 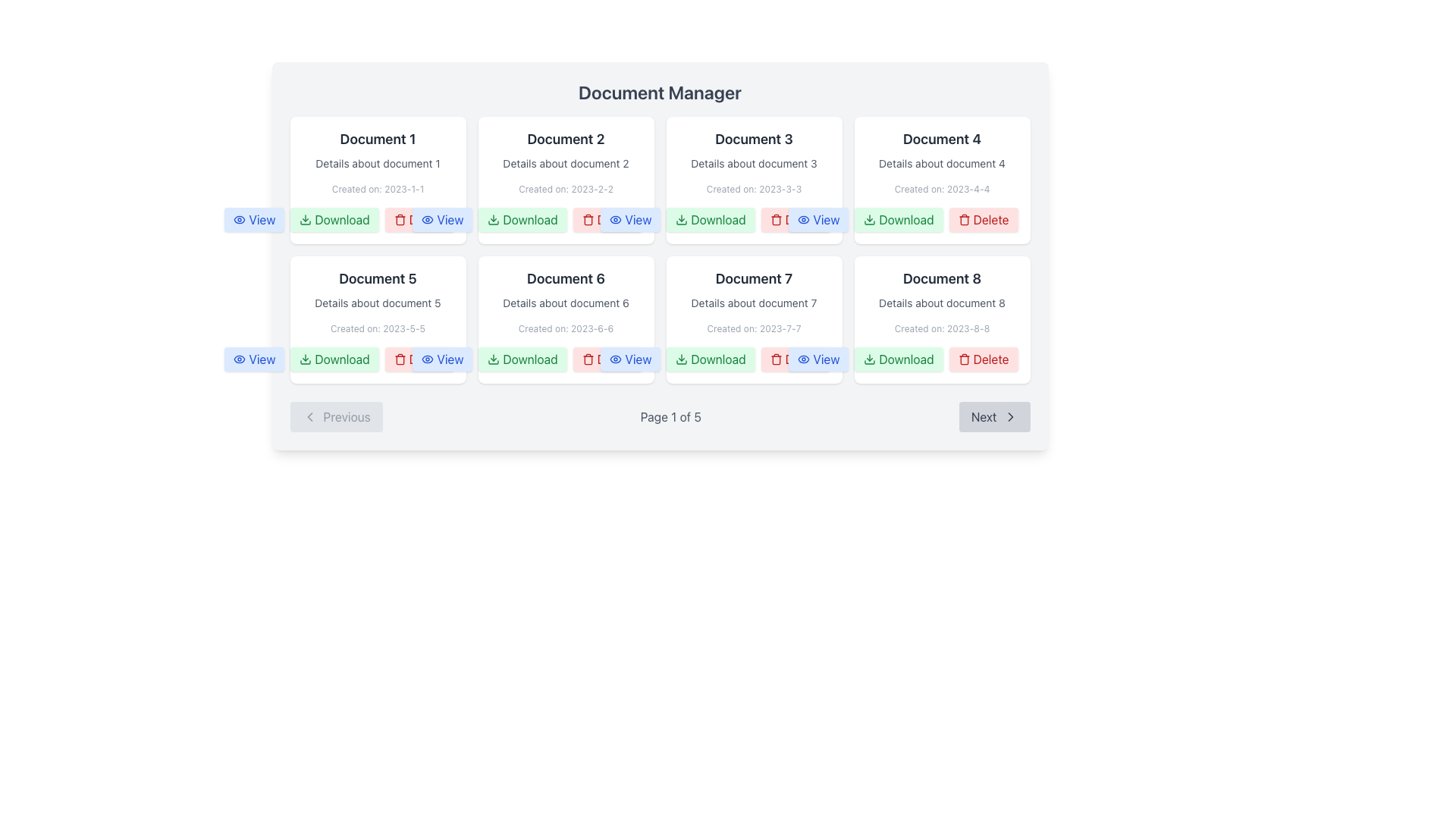 I want to click on the Informational display block that provides an overview of Document 4, located in the fourth position of the first row of a grid layout, so click(x=941, y=162).